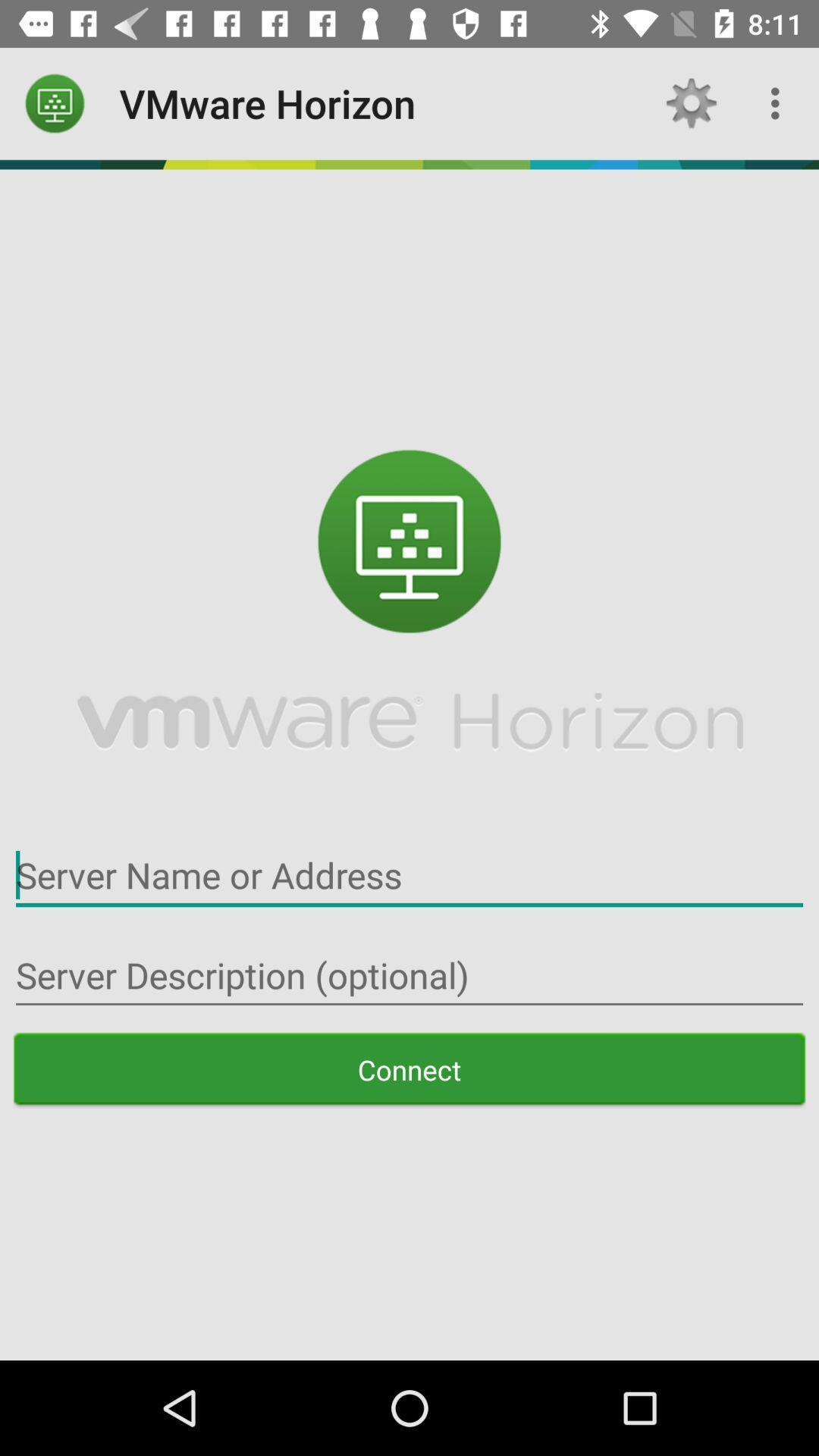 This screenshot has height=1456, width=819. I want to click on the item to the left of vmware horizon item, so click(55, 102).